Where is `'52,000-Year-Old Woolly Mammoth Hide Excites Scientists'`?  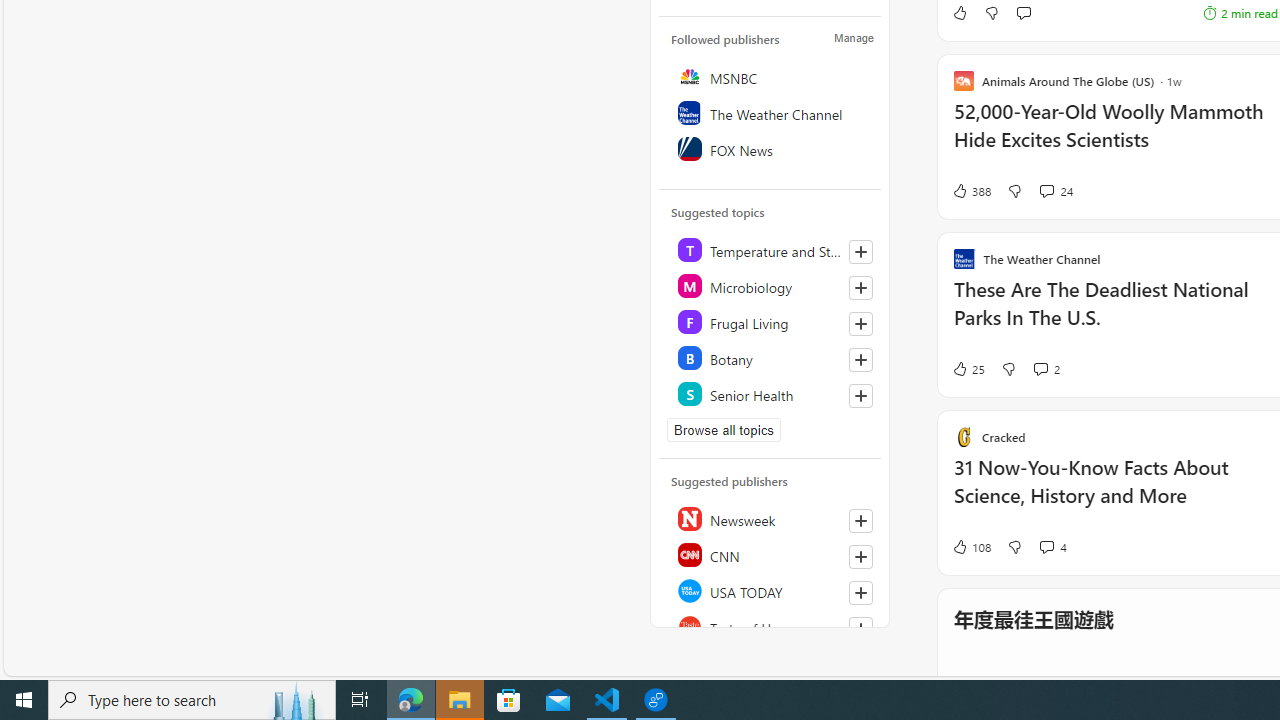
'52,000-Year-Old Woolly Mammoth Hide Excites Scientists' is located at coordinates (1114, 135).